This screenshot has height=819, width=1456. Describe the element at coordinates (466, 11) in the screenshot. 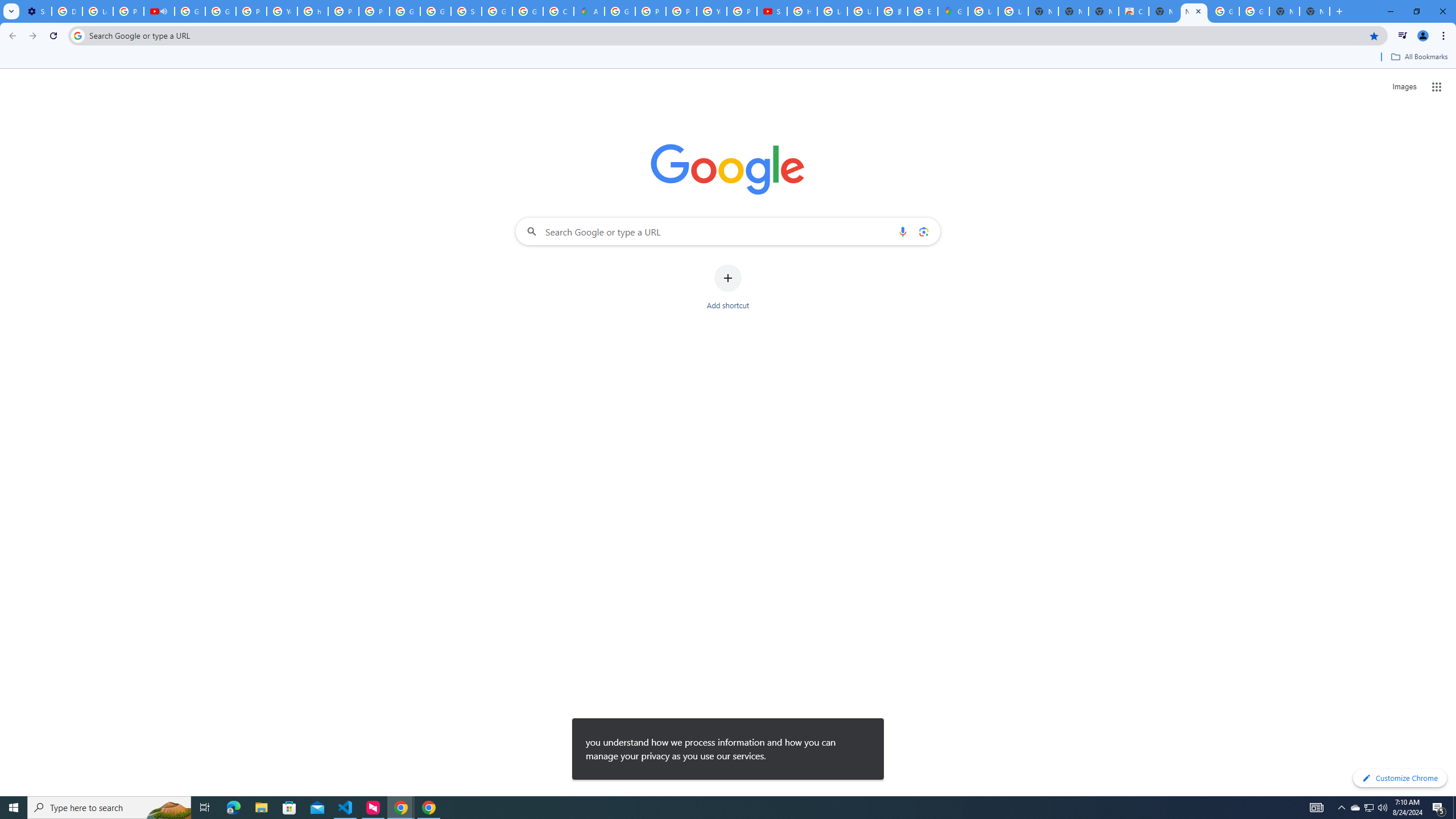

I see `'Sign in - Google Accounts'` at that location.